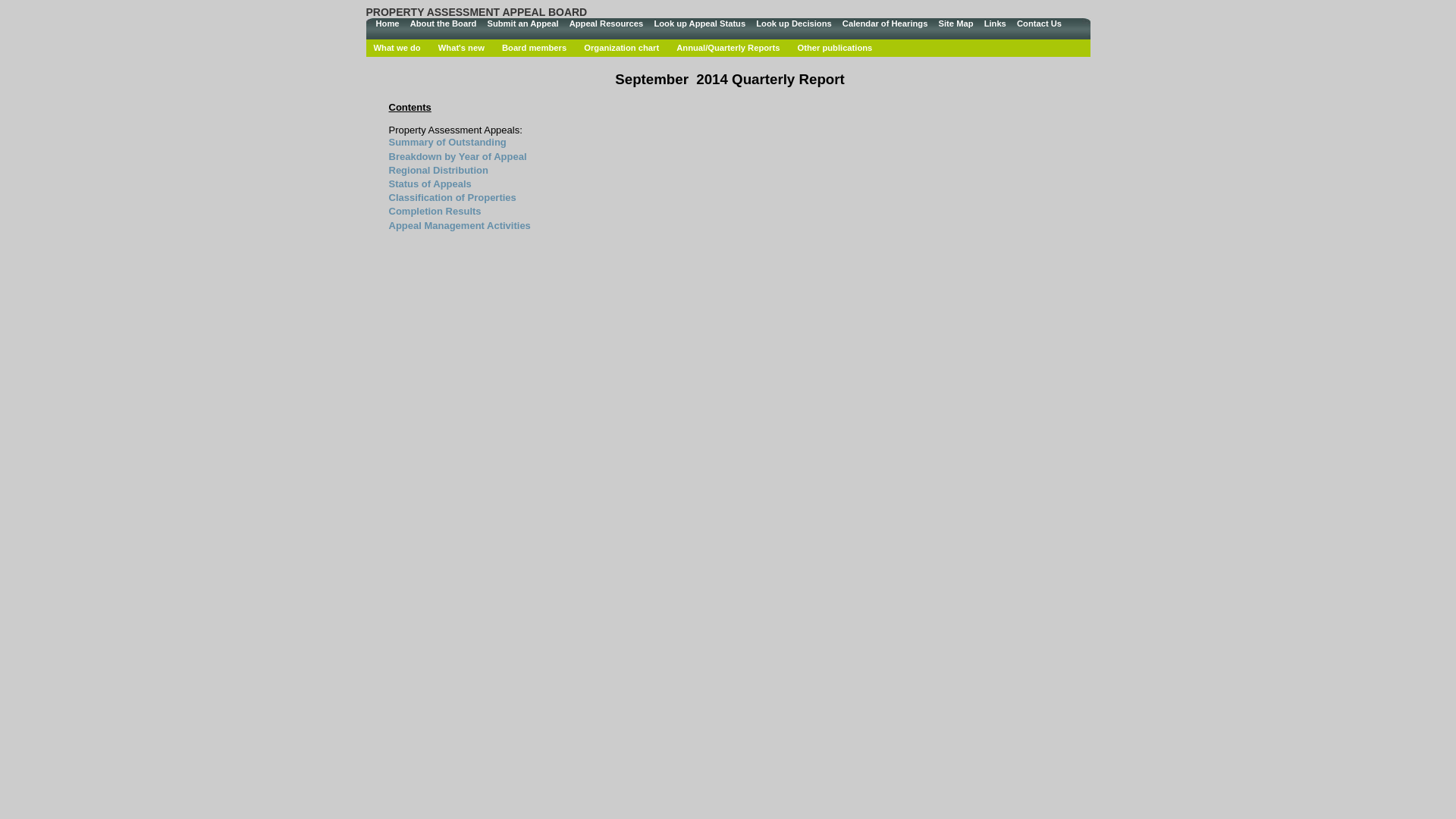 The height and width of the screenshot is (819, 1456). What do you see at coordinates (397, 46) in the screenshot?
I see `'What we do'` at bounding box center [397, 46].